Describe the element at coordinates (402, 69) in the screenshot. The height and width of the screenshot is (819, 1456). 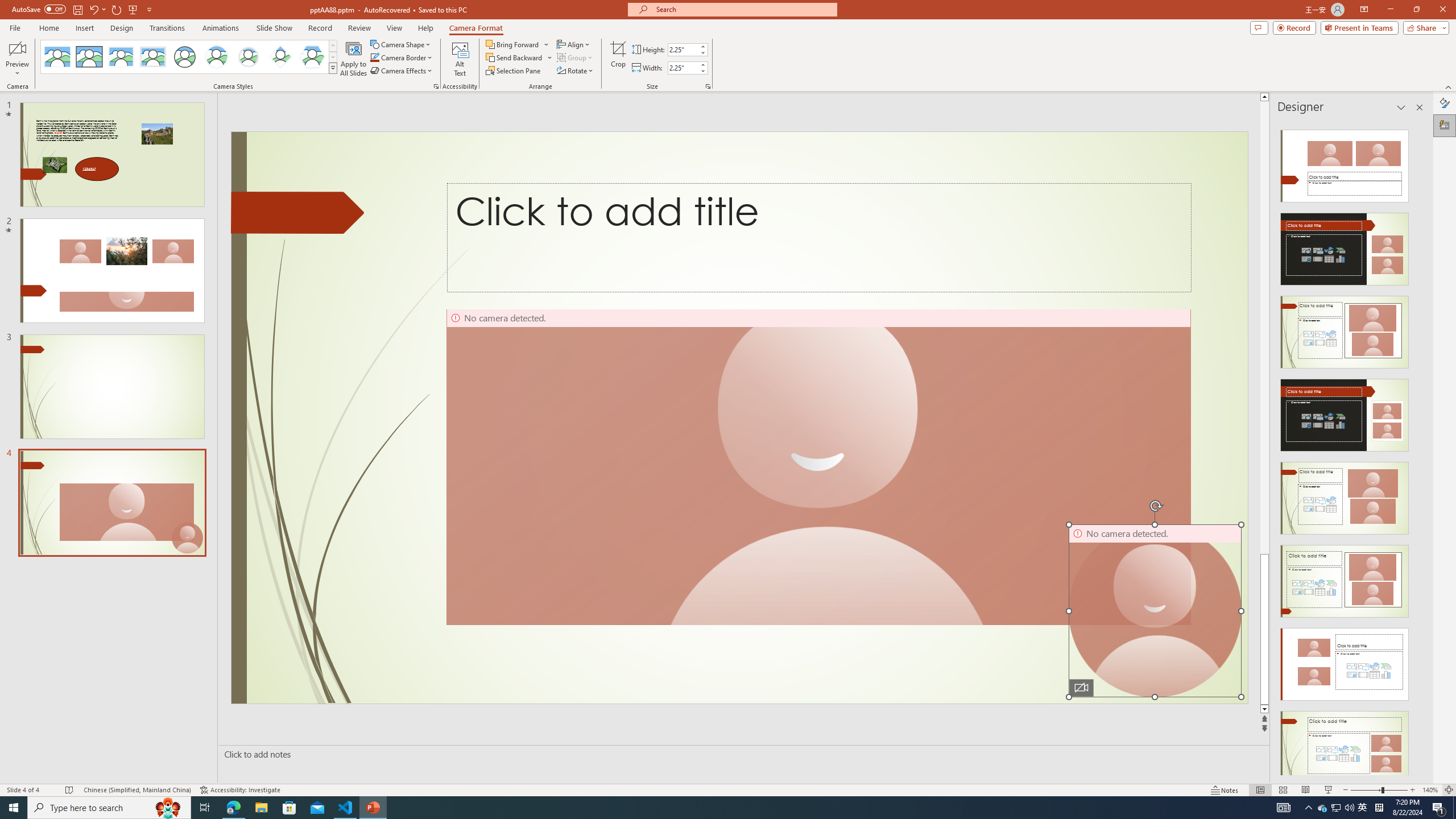
I see `'Camera Effects'` at that location.